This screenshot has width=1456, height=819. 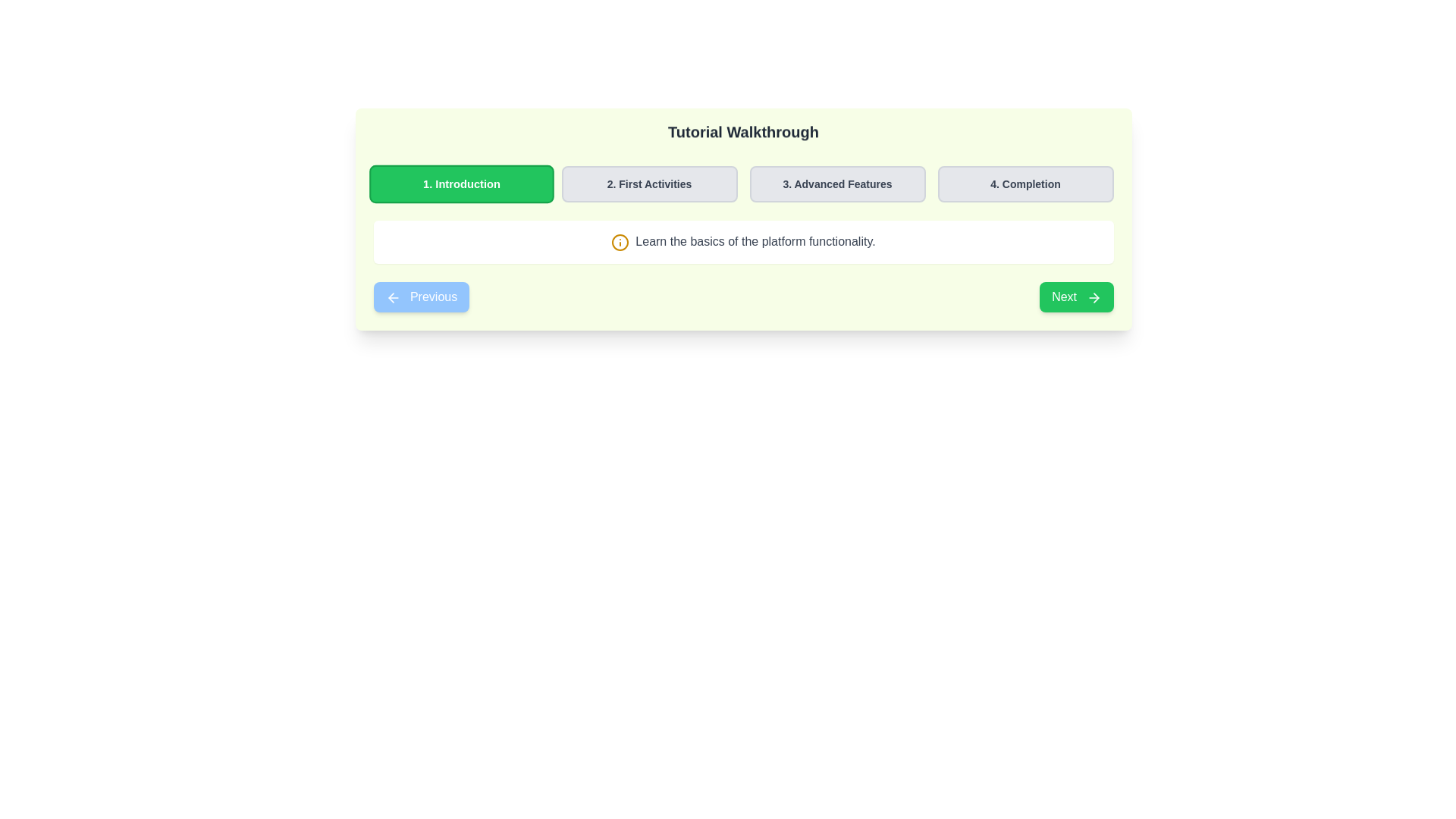 What do you see at coordinates (755, 240) in the screenshot?
I see `the static text element that reads 'Learn the basics of the platform functionality.', which is displayed in a soft gray color within a rounded white box` at bounding box center [755, 240].